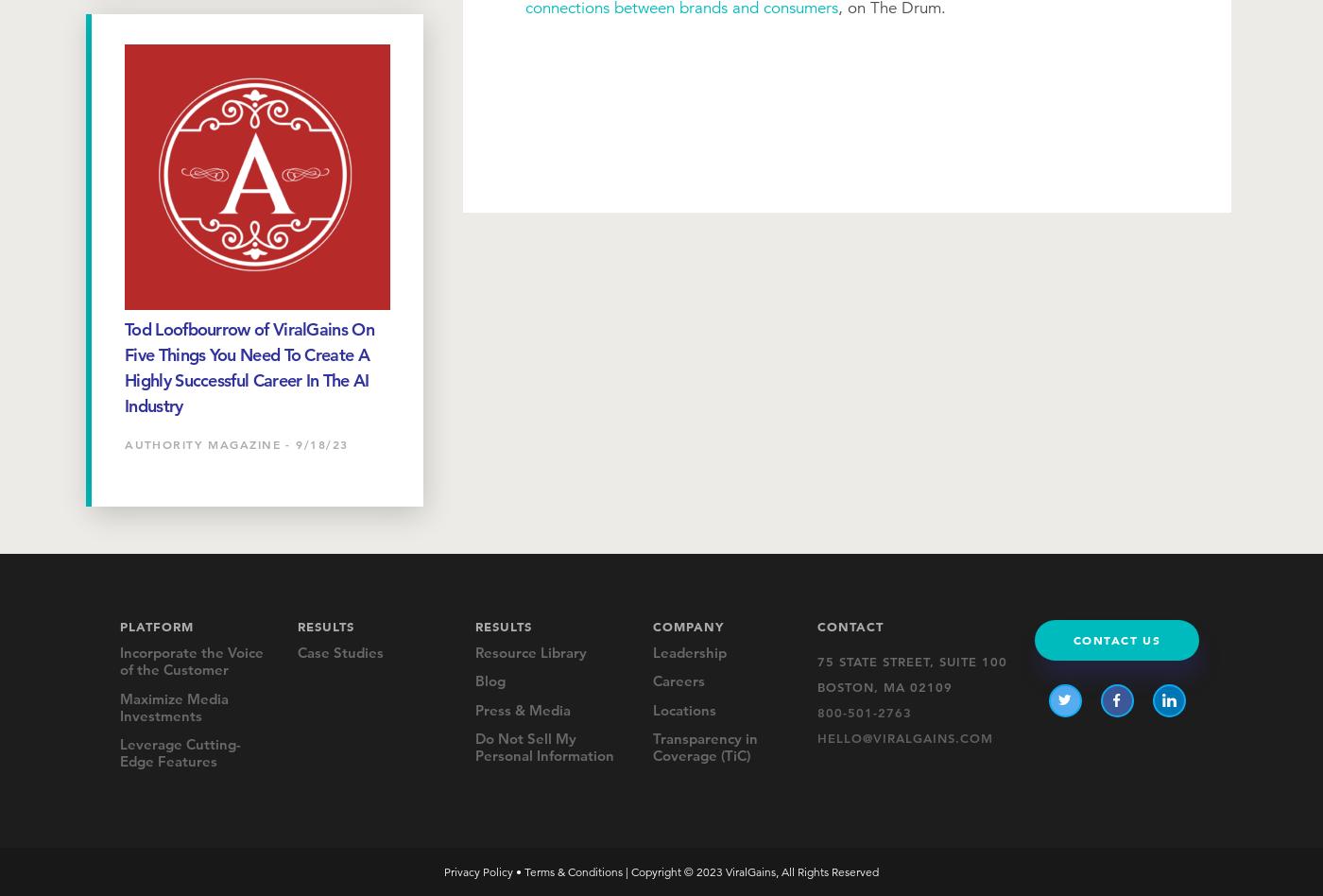 This screenshot has width=1323, height=896. Describe the element at coordinates (157, 624) in the screenshot. I see `'Platform'` at that location.